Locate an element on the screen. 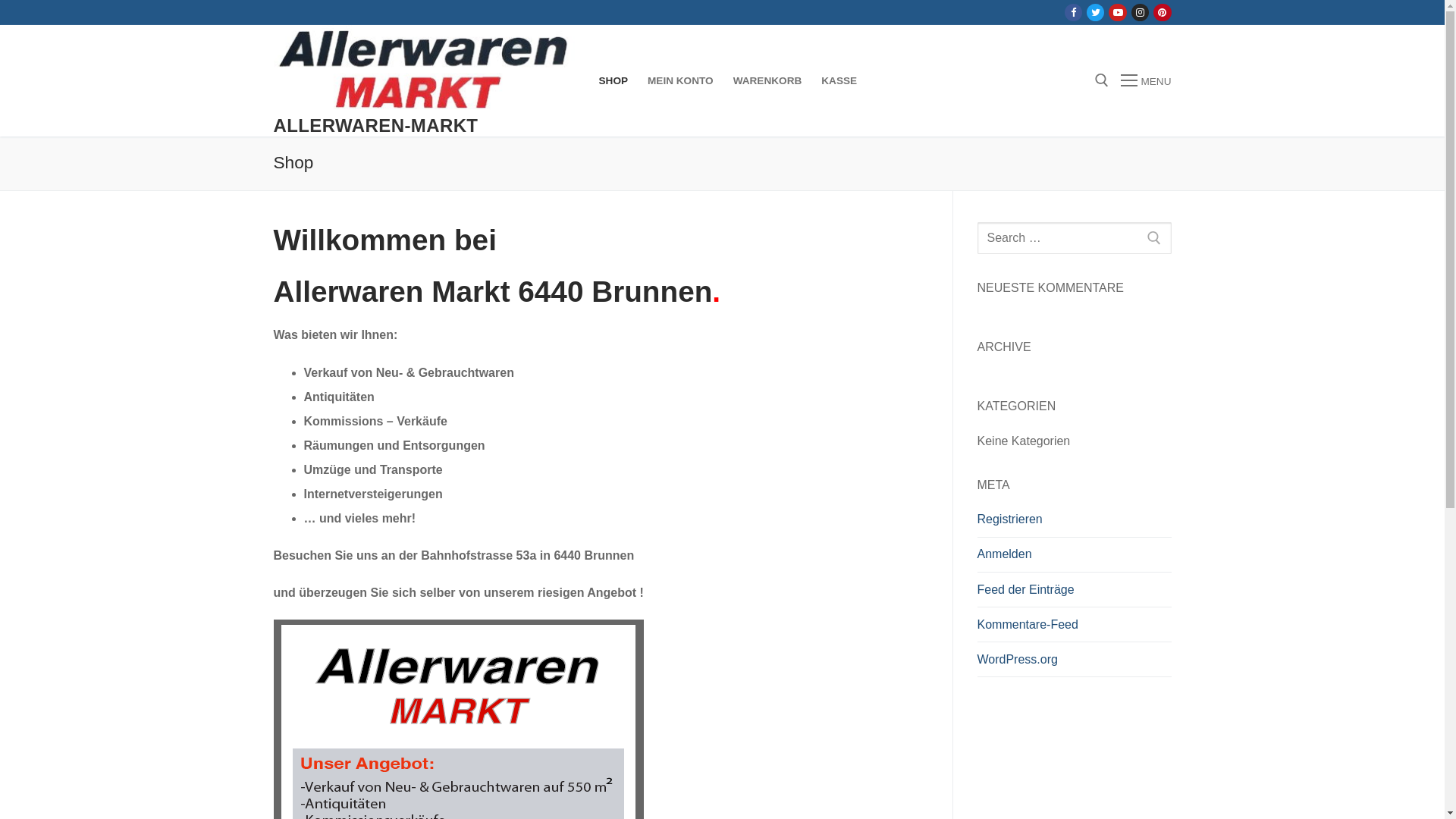 The height and width of the screenshot is (819, 1456). 'Youtube' is located at coordinates (1118, 12).